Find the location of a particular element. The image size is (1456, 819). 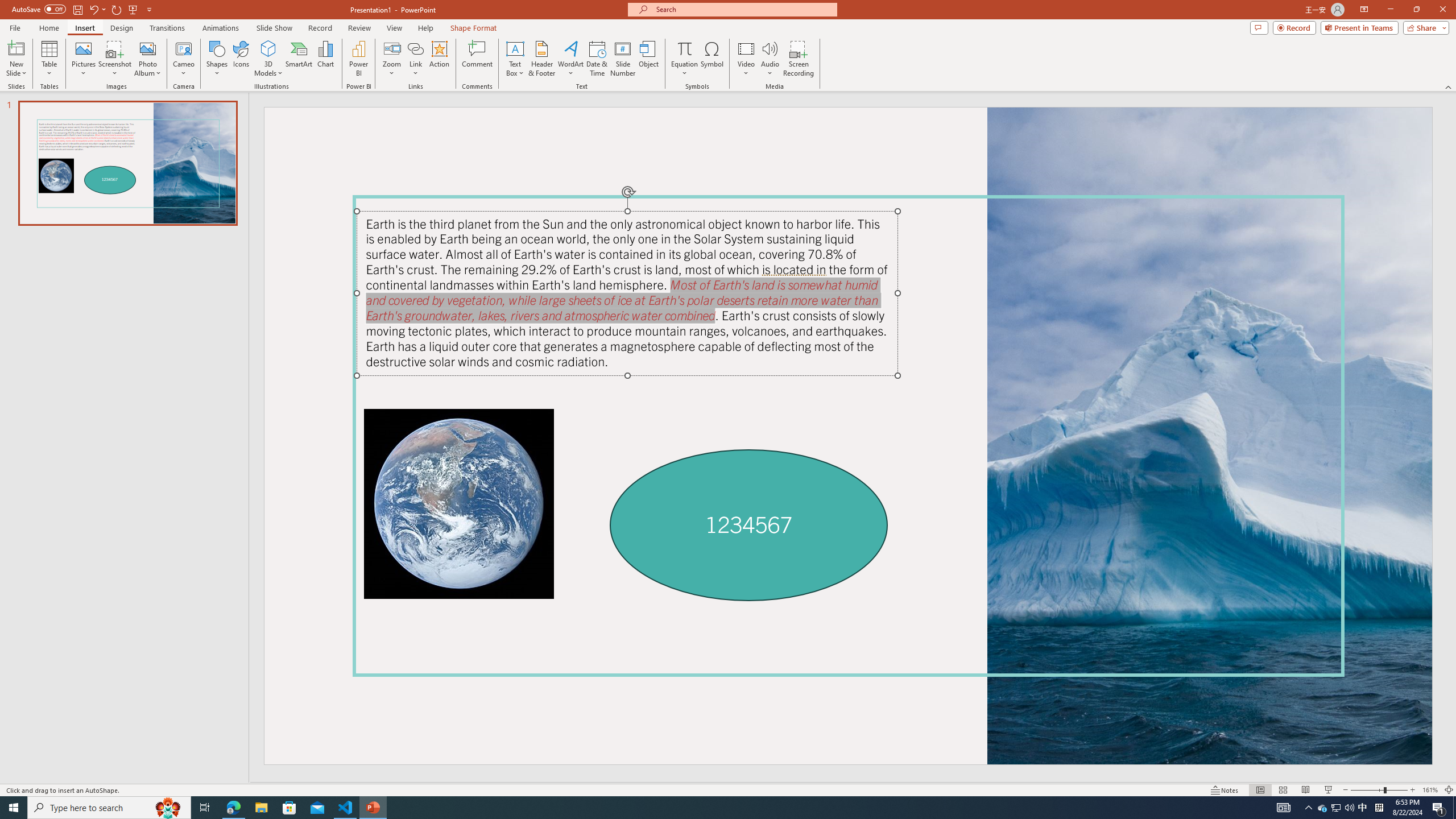

'Icons' is located at coordinates (241, 59).